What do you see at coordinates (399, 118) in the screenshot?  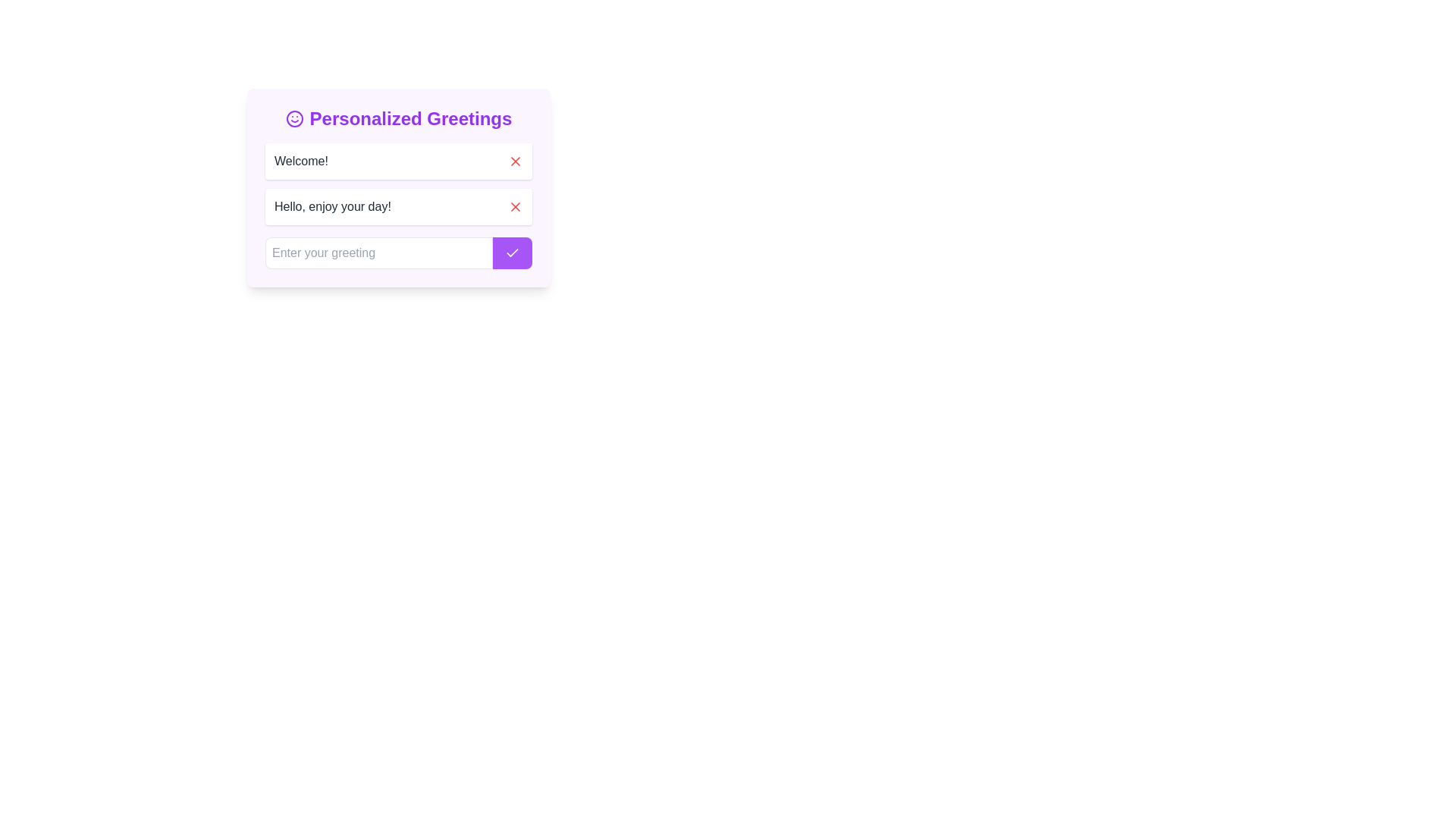 I see `the 'Personalized Greetings' text label with icon` at bounding box center [399, 118].